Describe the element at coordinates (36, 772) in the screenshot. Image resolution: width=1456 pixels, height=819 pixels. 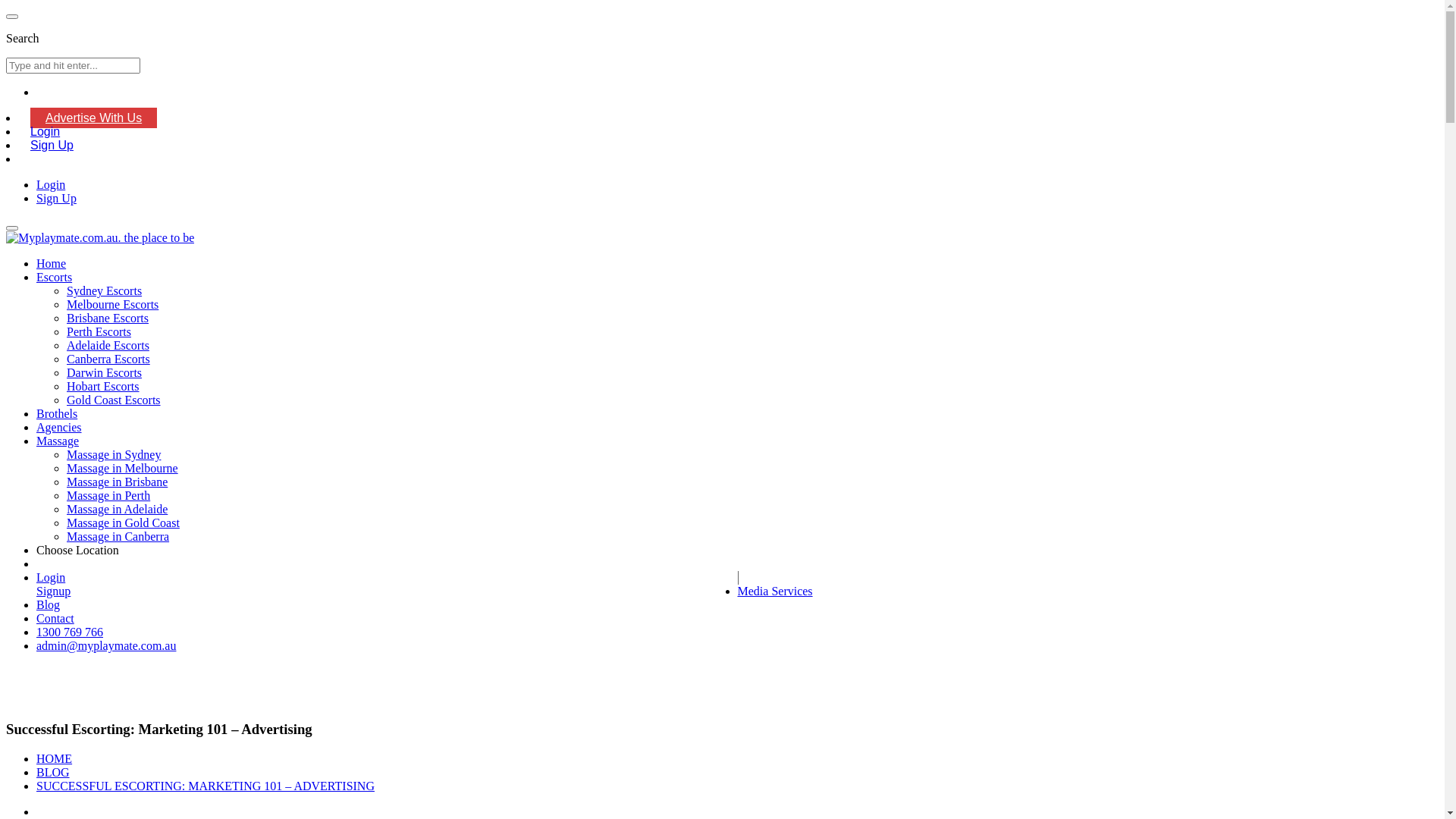
I see `'BLOG'` at that location.